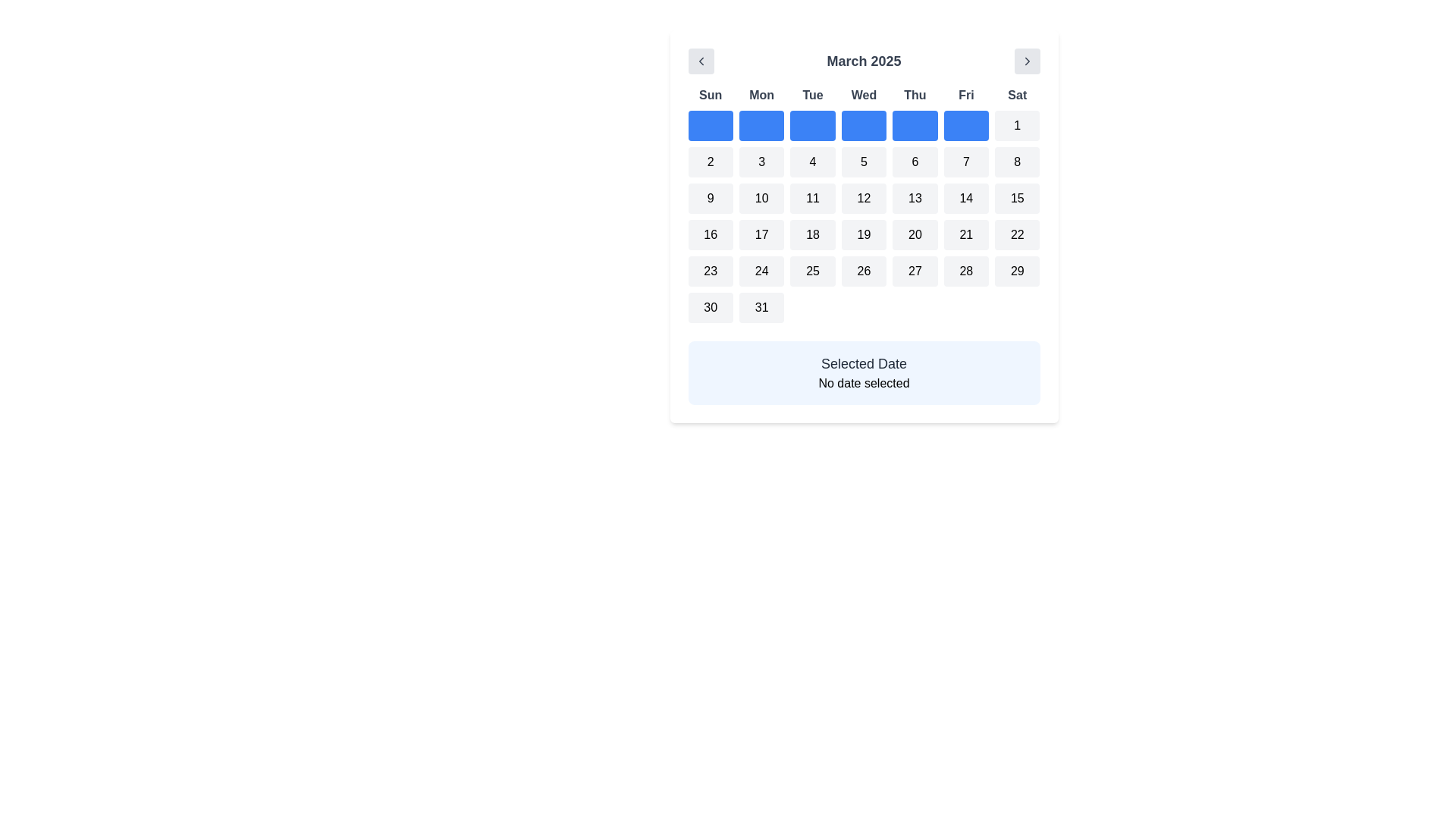 The width and height of the screenshot is (1456, 819). Describe the element at coordinates (914, 234) in the screenshot. I see `the rectangular button displaying '20' in the calendar grid layout under 'Thu'` at that location.